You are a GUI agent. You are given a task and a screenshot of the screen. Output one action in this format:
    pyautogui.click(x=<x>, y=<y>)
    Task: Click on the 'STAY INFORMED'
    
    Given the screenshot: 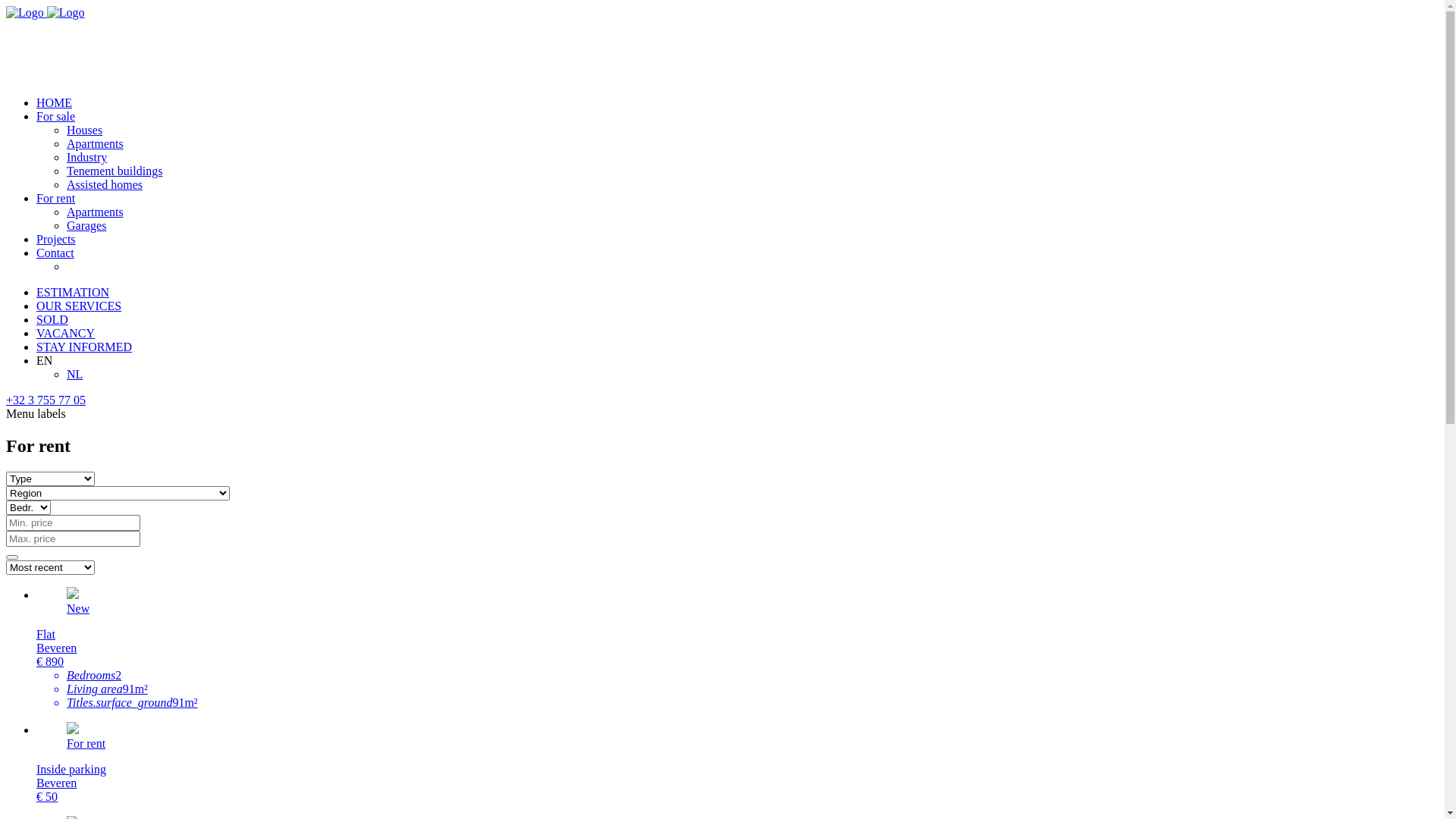 What is the action you would take?
    pyautogui.click(x=83, y=347)
    